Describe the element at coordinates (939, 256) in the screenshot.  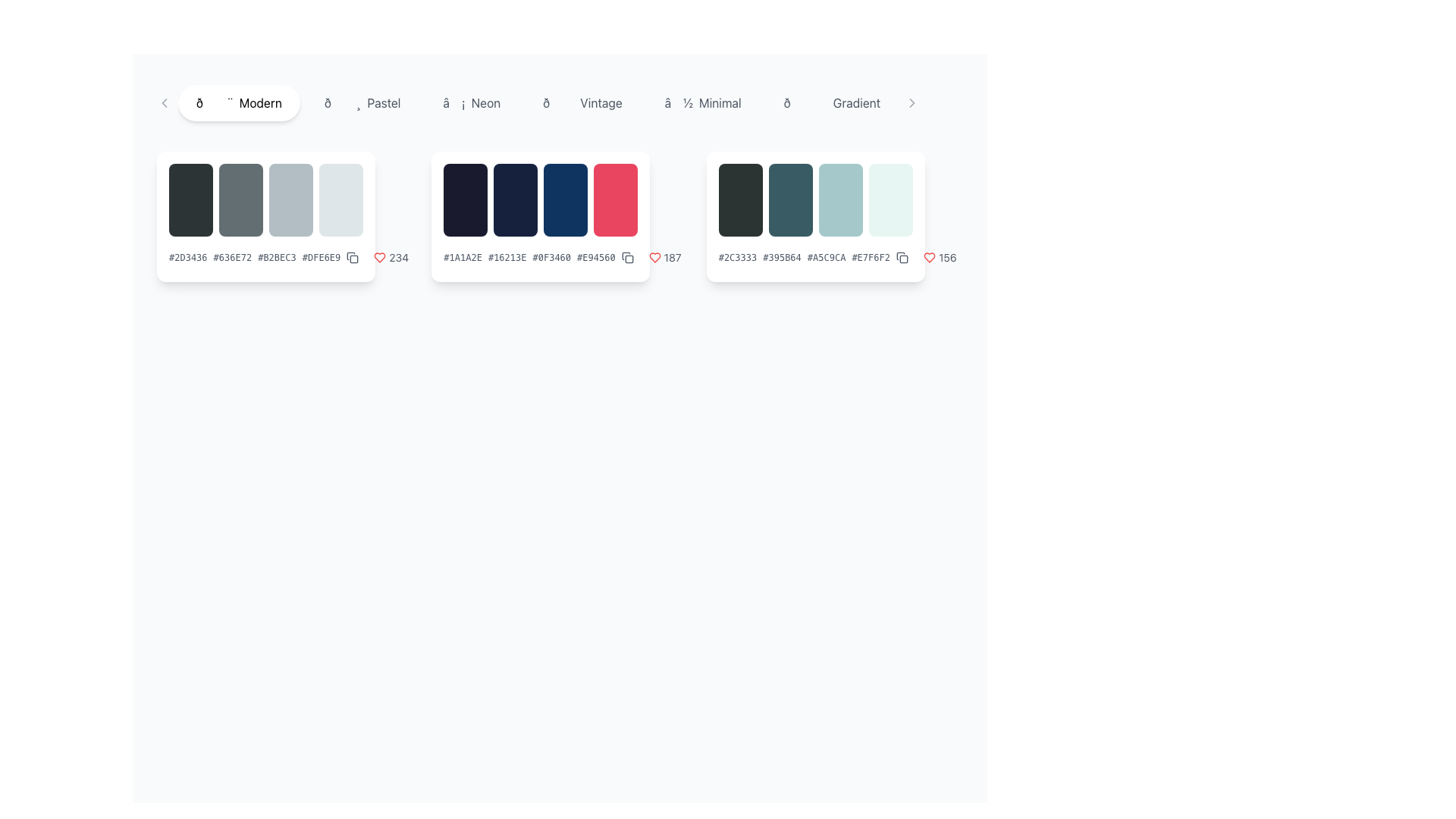
I see `the like count label located at the bottom-right corner of the third card from the left, which indicates the number of likes or favorites` at that location.